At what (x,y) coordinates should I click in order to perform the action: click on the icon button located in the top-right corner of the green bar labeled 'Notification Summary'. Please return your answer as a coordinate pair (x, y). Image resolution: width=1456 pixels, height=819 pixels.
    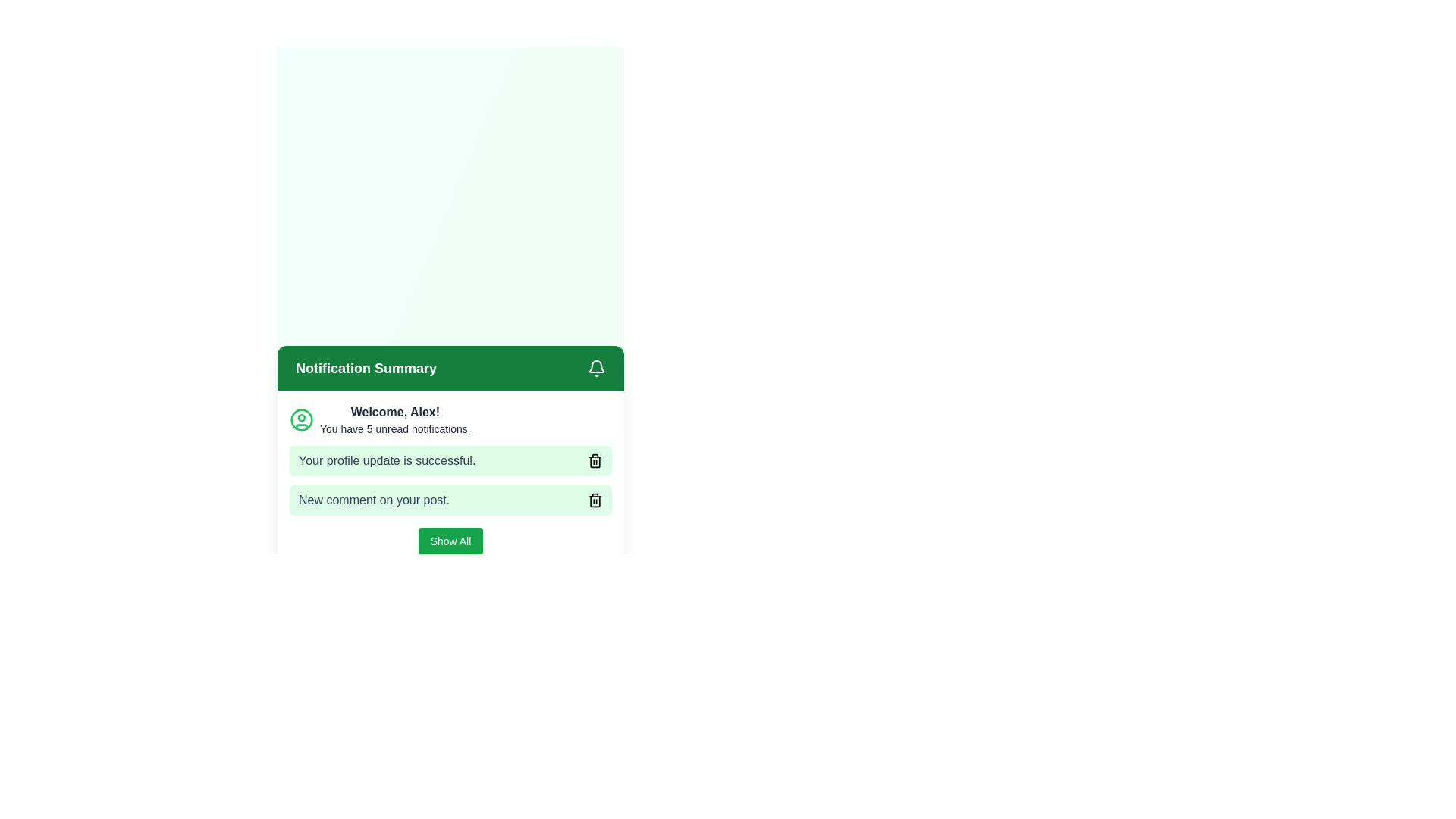
    Looking at the image, I should click on (596, 369).